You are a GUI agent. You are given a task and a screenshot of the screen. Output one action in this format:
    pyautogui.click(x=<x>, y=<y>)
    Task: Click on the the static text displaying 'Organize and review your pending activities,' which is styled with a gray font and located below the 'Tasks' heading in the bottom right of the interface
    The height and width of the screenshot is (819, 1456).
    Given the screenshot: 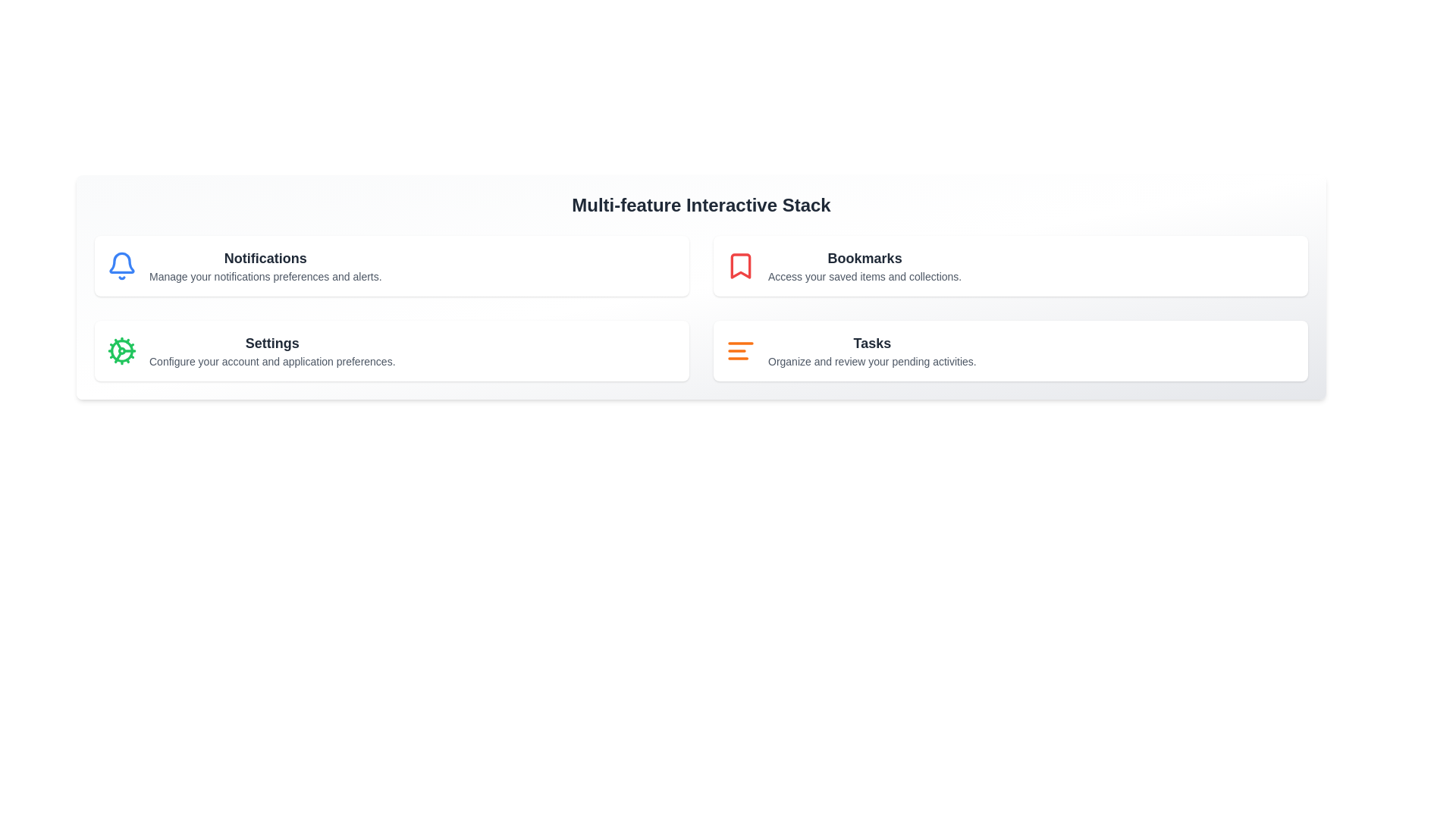 What is the action you would take?
    pyautogui.click(x=872, y=362)
    